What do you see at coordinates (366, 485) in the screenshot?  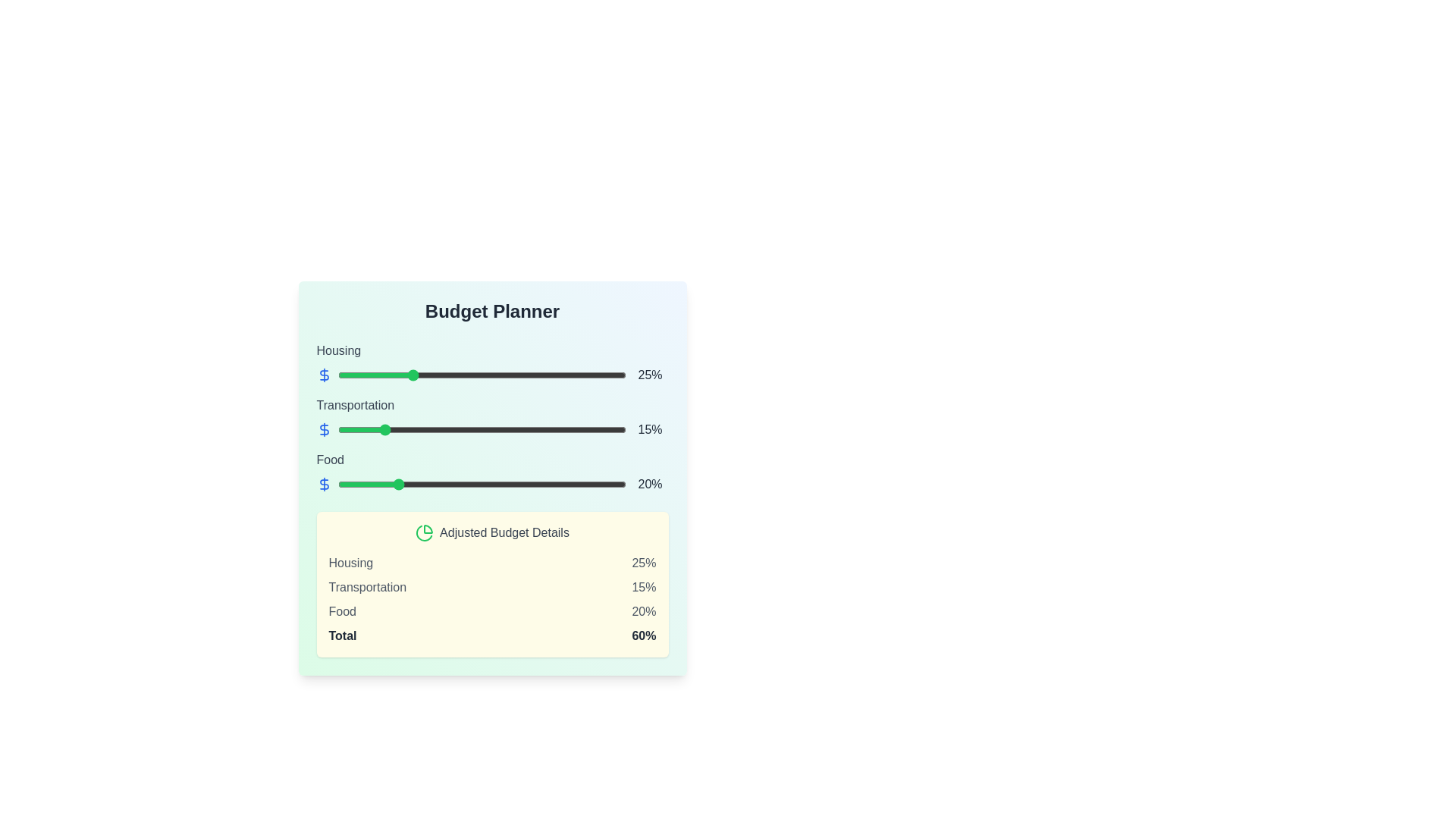 I see `the slider value` at bounding box center [366, 485].